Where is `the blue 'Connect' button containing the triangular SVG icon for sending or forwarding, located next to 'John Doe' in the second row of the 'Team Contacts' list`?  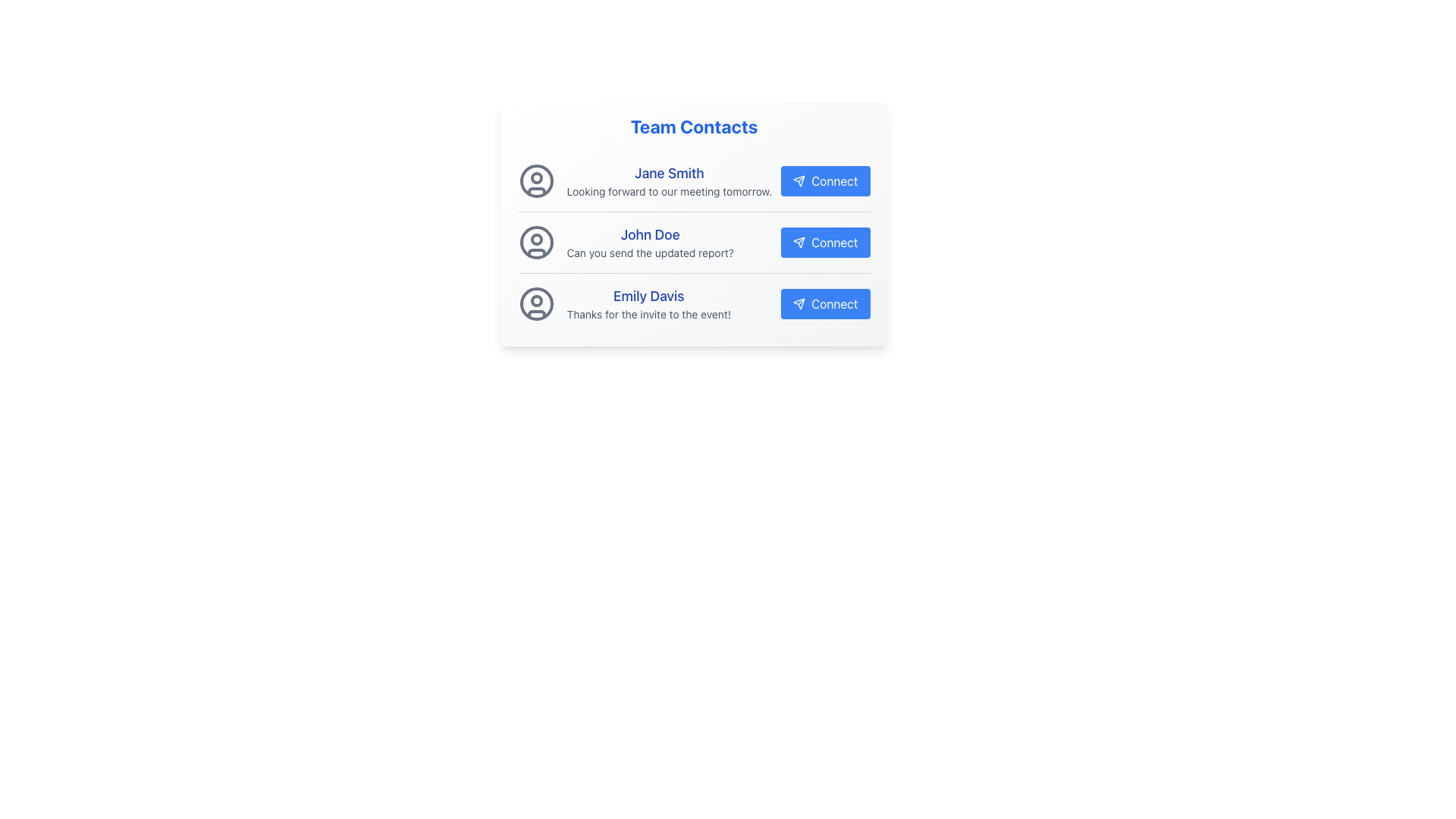 the blue 'Connect' button containing the triangular SVG icon for sending or forwarding, located next to 'John Doe' in the second row of the 'Team Contacts' list is located at coordinates (799, 241).